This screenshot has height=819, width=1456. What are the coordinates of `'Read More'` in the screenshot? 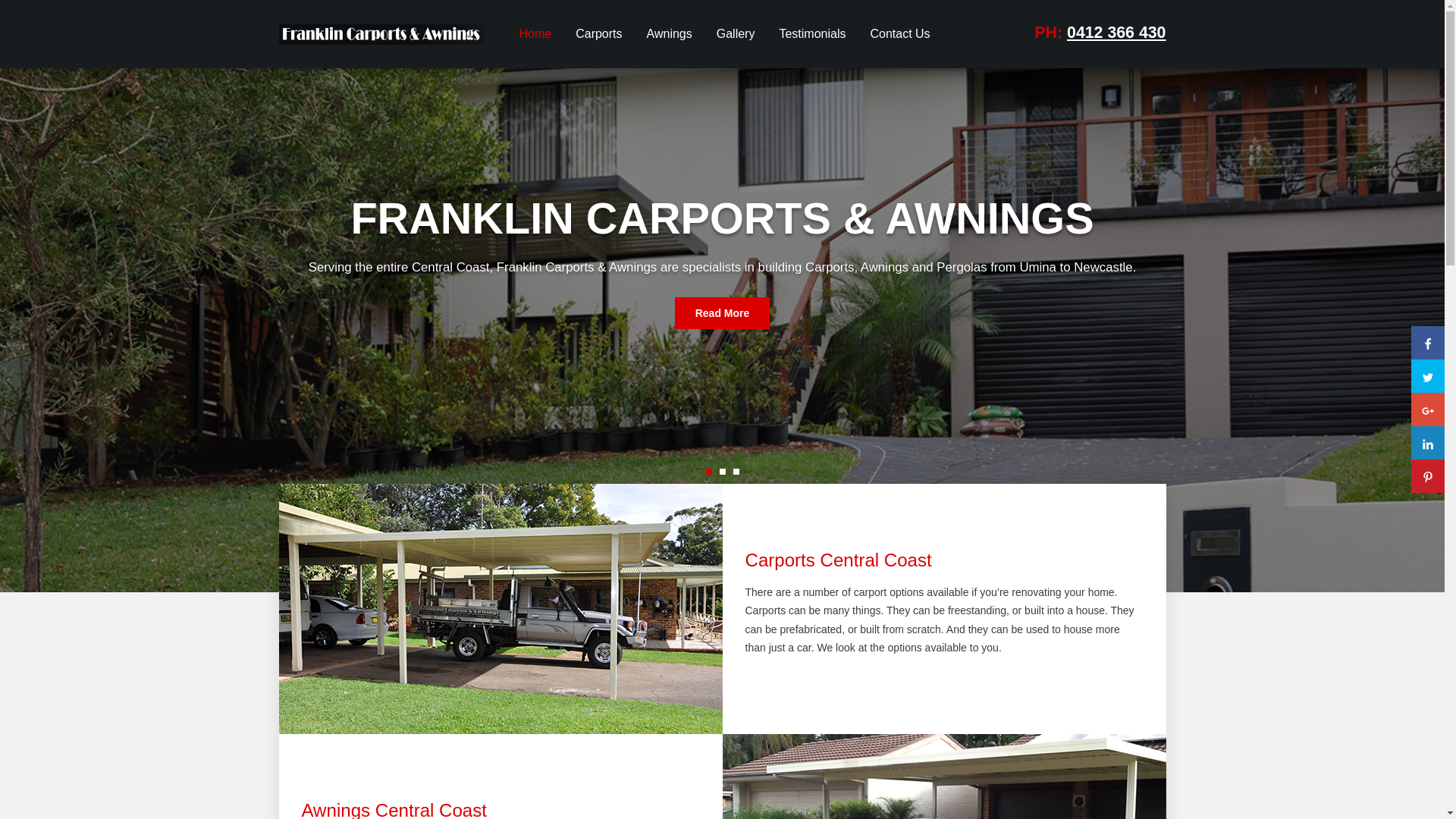 It's located at (722, 312).